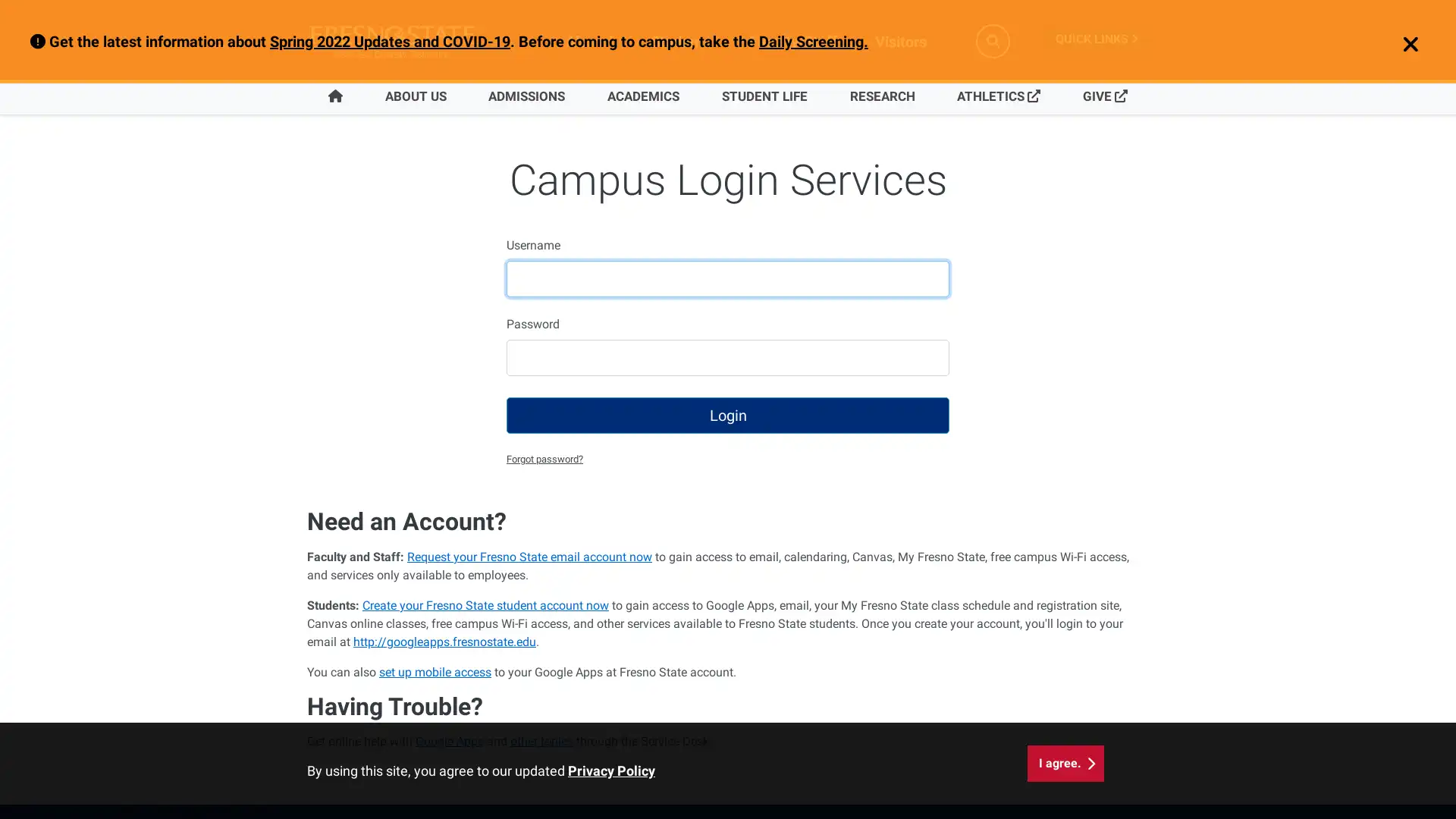 Image resolution: width=1456 pixels, height=819 pixels. I want to click on QUICK LINKS, so click(1096, 38).